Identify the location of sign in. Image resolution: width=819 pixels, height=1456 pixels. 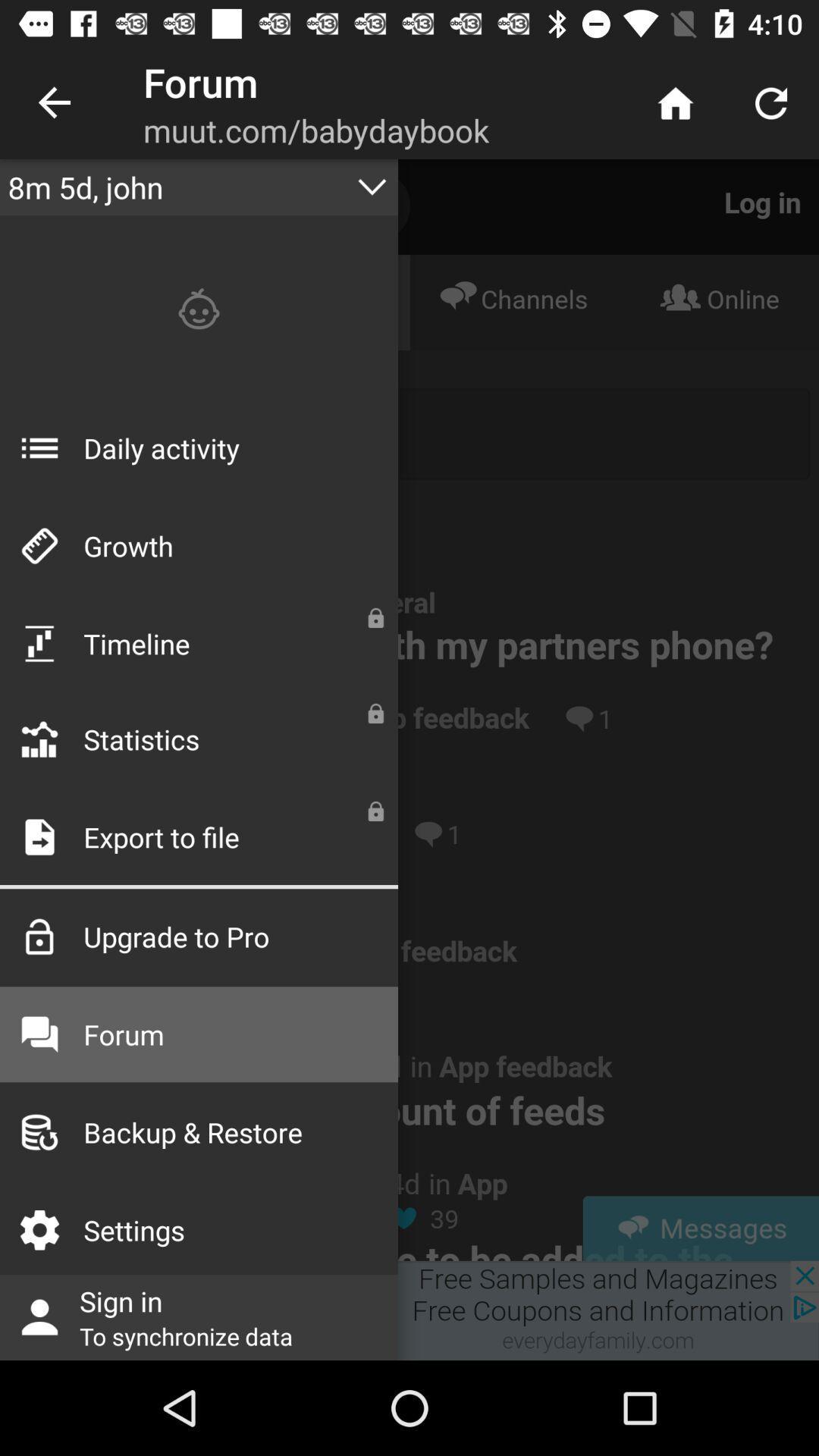
(409, 1310).